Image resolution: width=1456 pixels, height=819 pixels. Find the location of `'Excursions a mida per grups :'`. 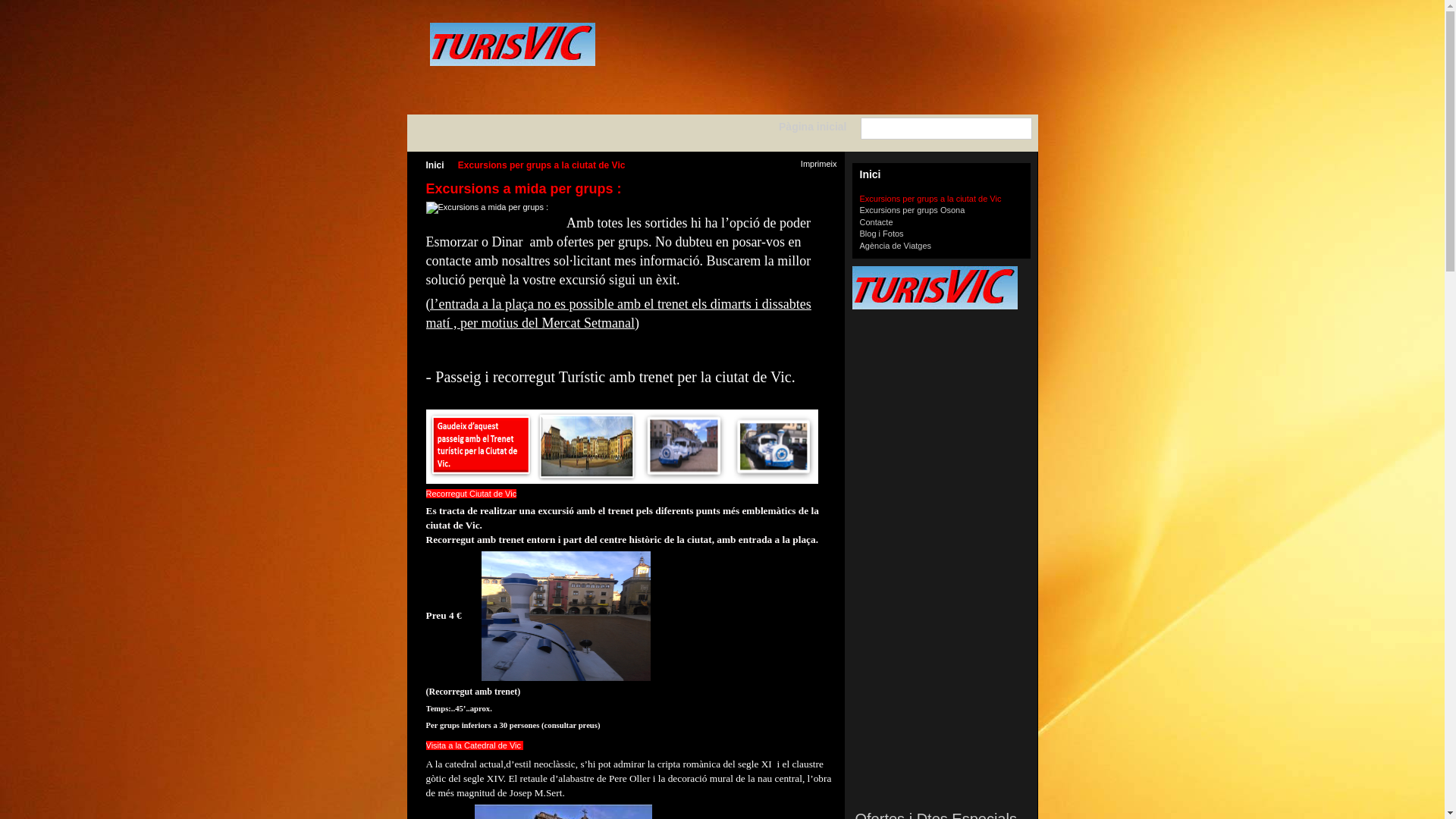

'Excursions a mida per grups :' is located at coordinates (488, 207).